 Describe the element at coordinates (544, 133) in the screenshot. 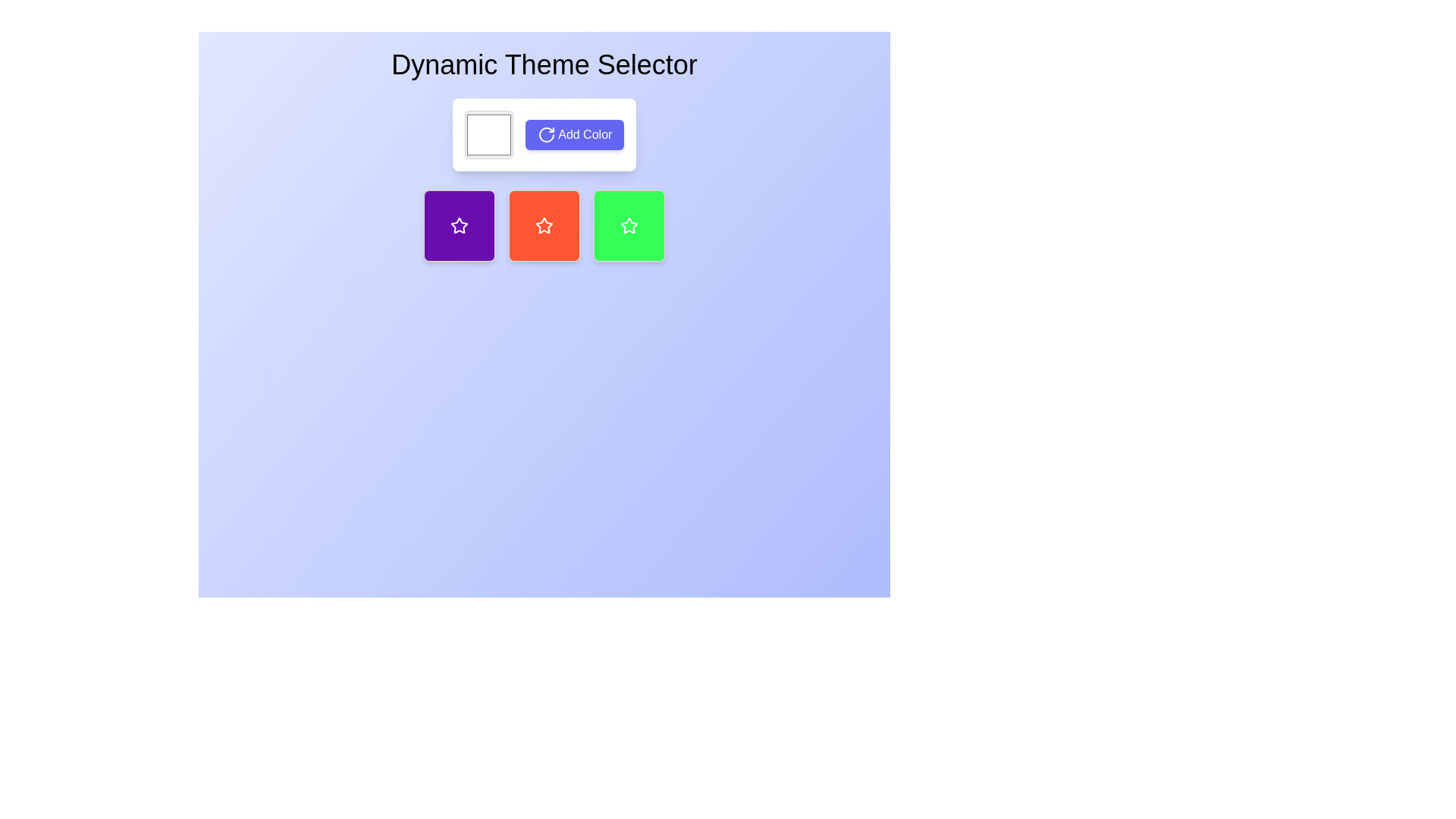

I see `the composite component consisting of a text button labeled 'Add Color', an input box, and a circular arrow icon for interactive feedback` at that location.